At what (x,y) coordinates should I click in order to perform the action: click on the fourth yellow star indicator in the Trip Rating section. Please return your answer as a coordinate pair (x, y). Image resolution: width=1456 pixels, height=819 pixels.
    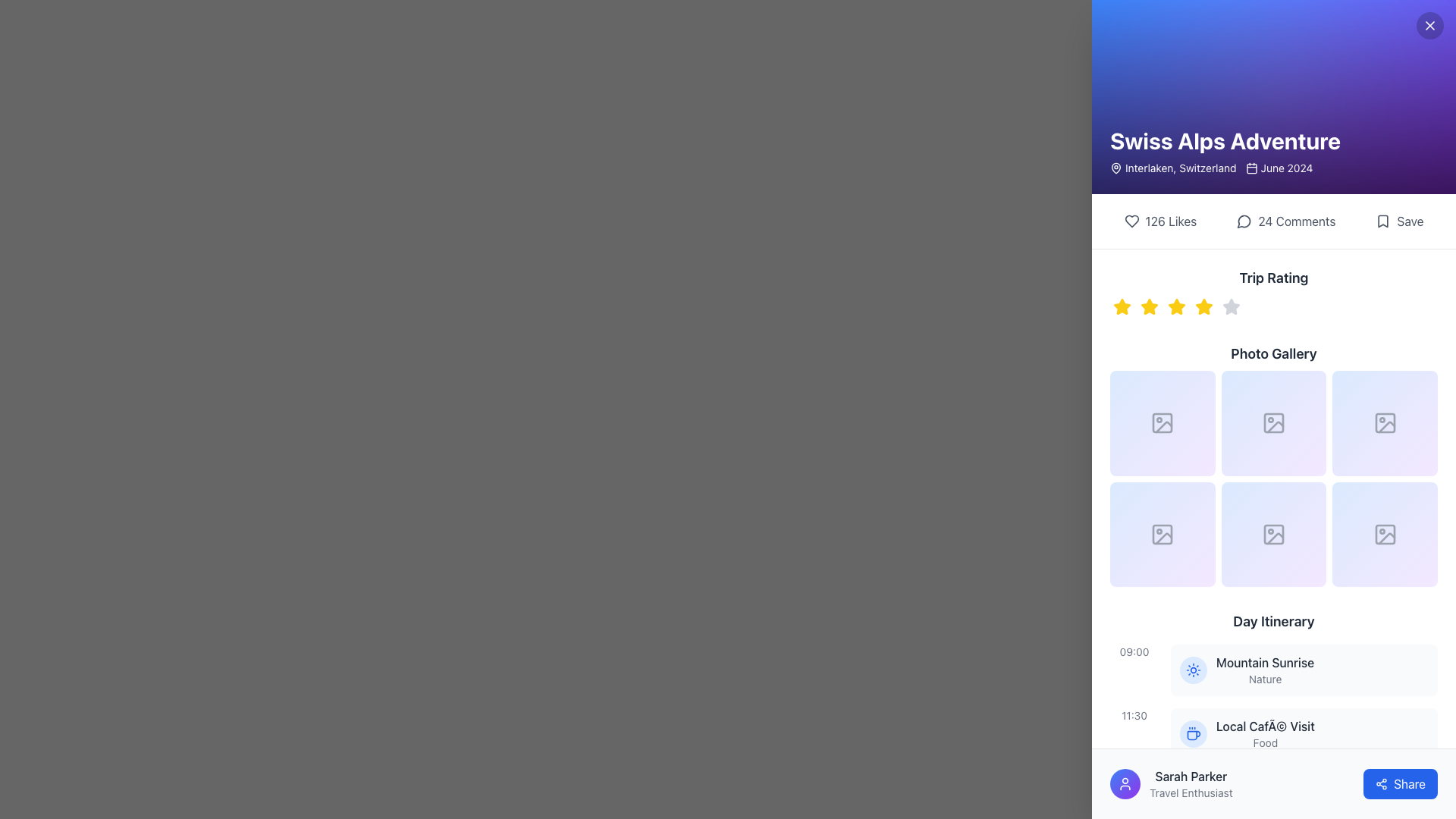
    Looking at the image, I should click on (1203, 307).